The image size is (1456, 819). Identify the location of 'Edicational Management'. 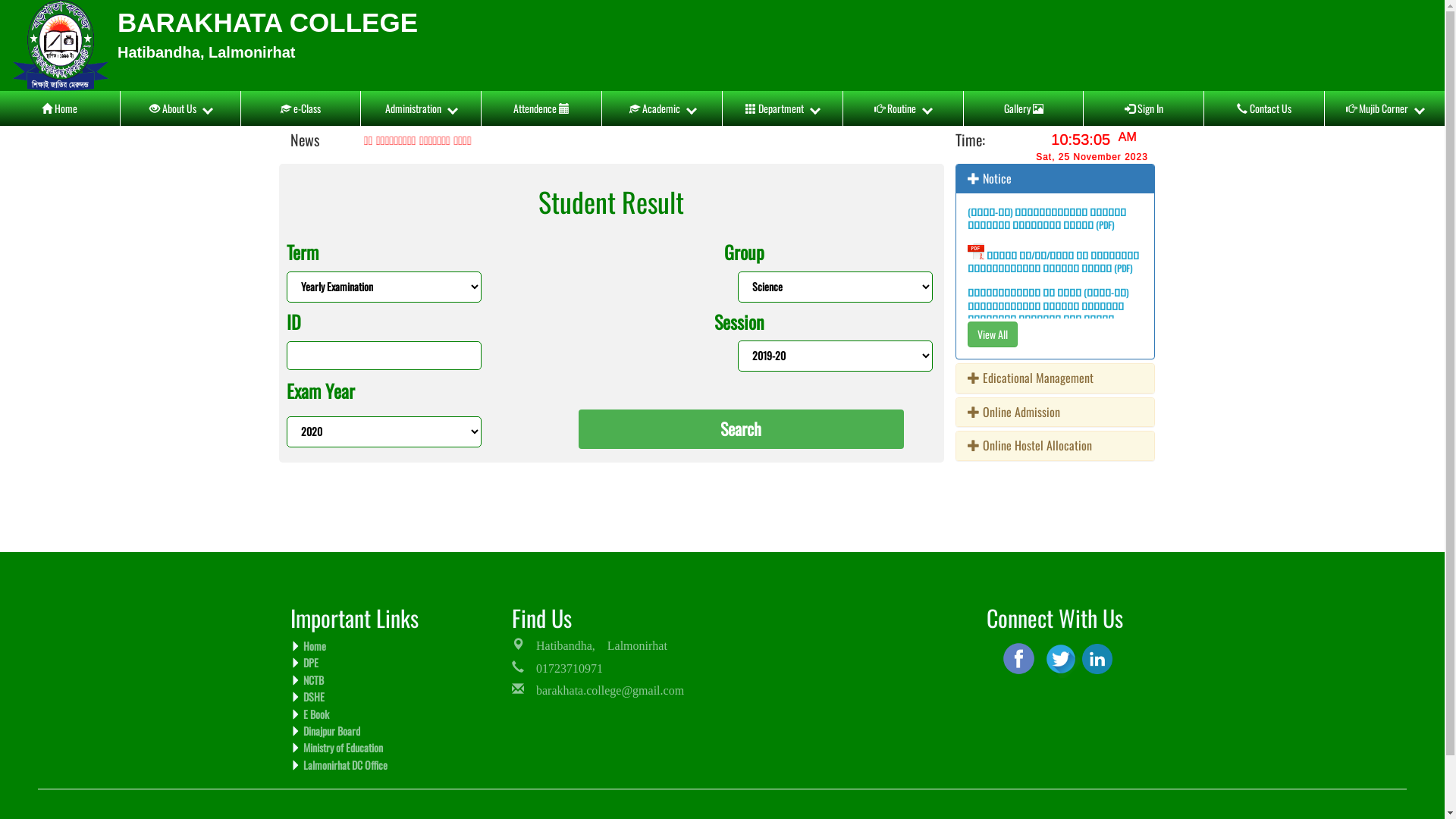
(967, 376).